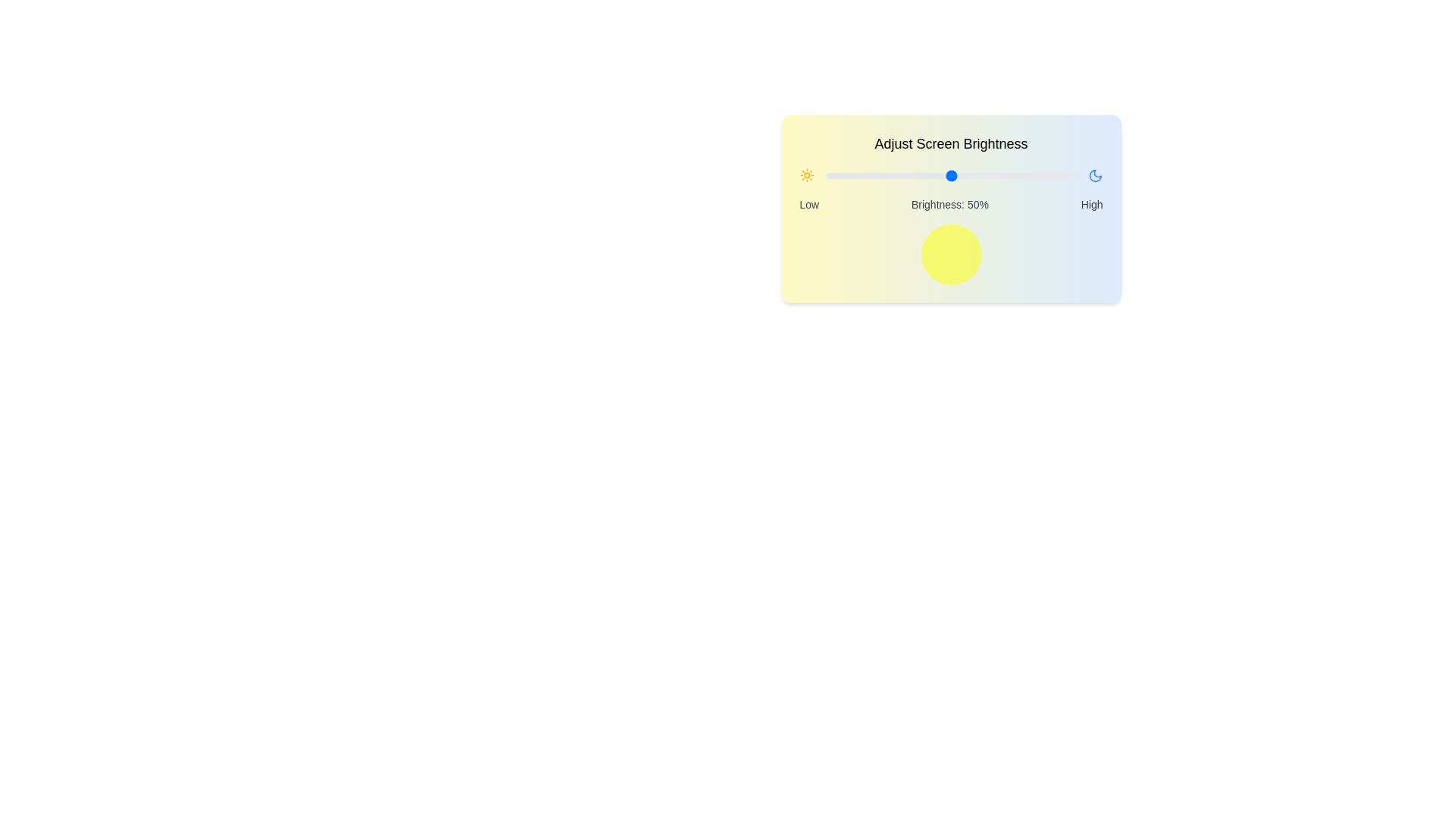  What do you see at coordinates (806, 174) in the screenshot?
I see `the sun icon` at bounding box center [806, 174].